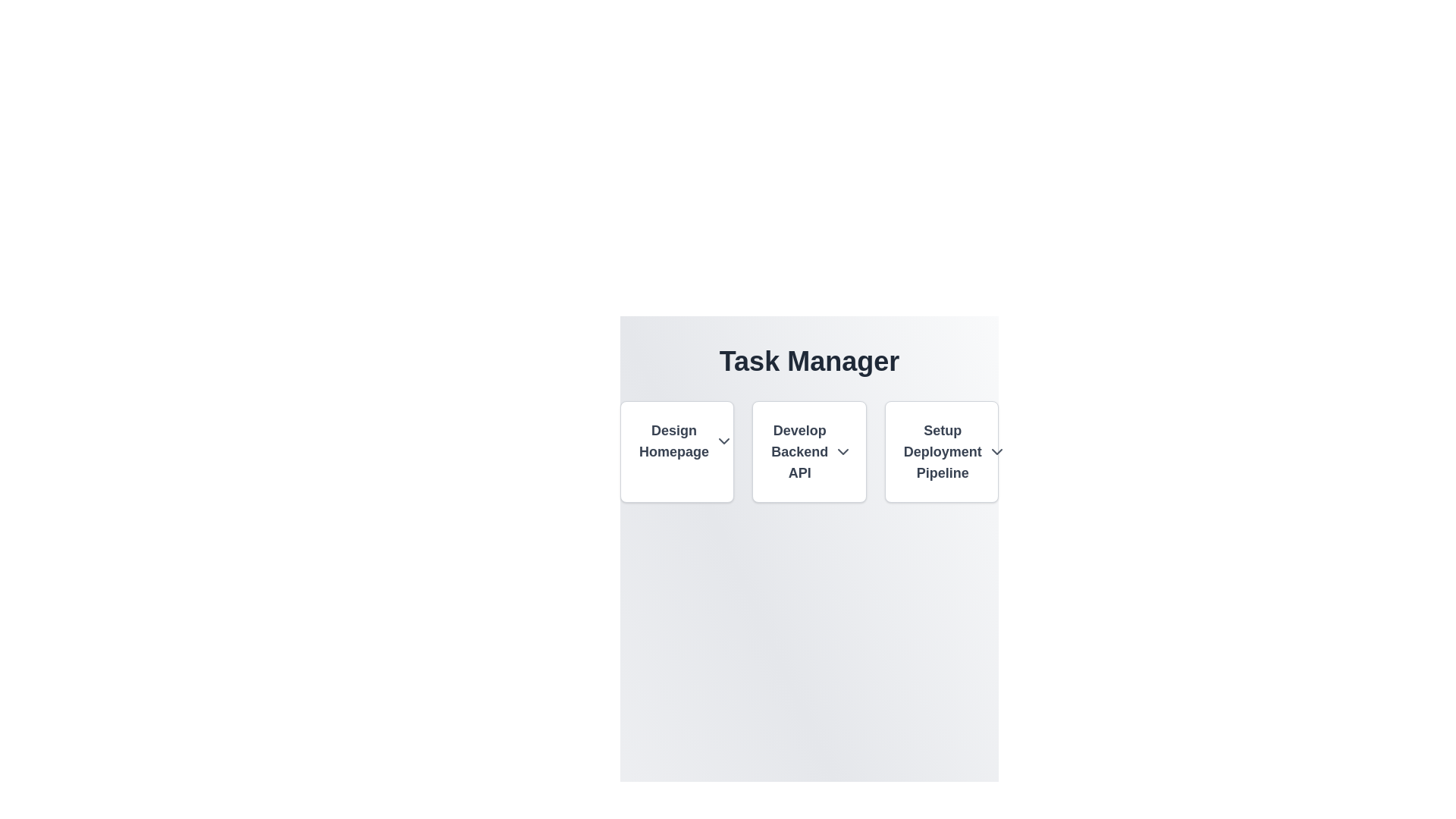  I want to click on the chevron icon in the first card under 'Task Manager' next to 'Design Homepage', so click(723, 441).